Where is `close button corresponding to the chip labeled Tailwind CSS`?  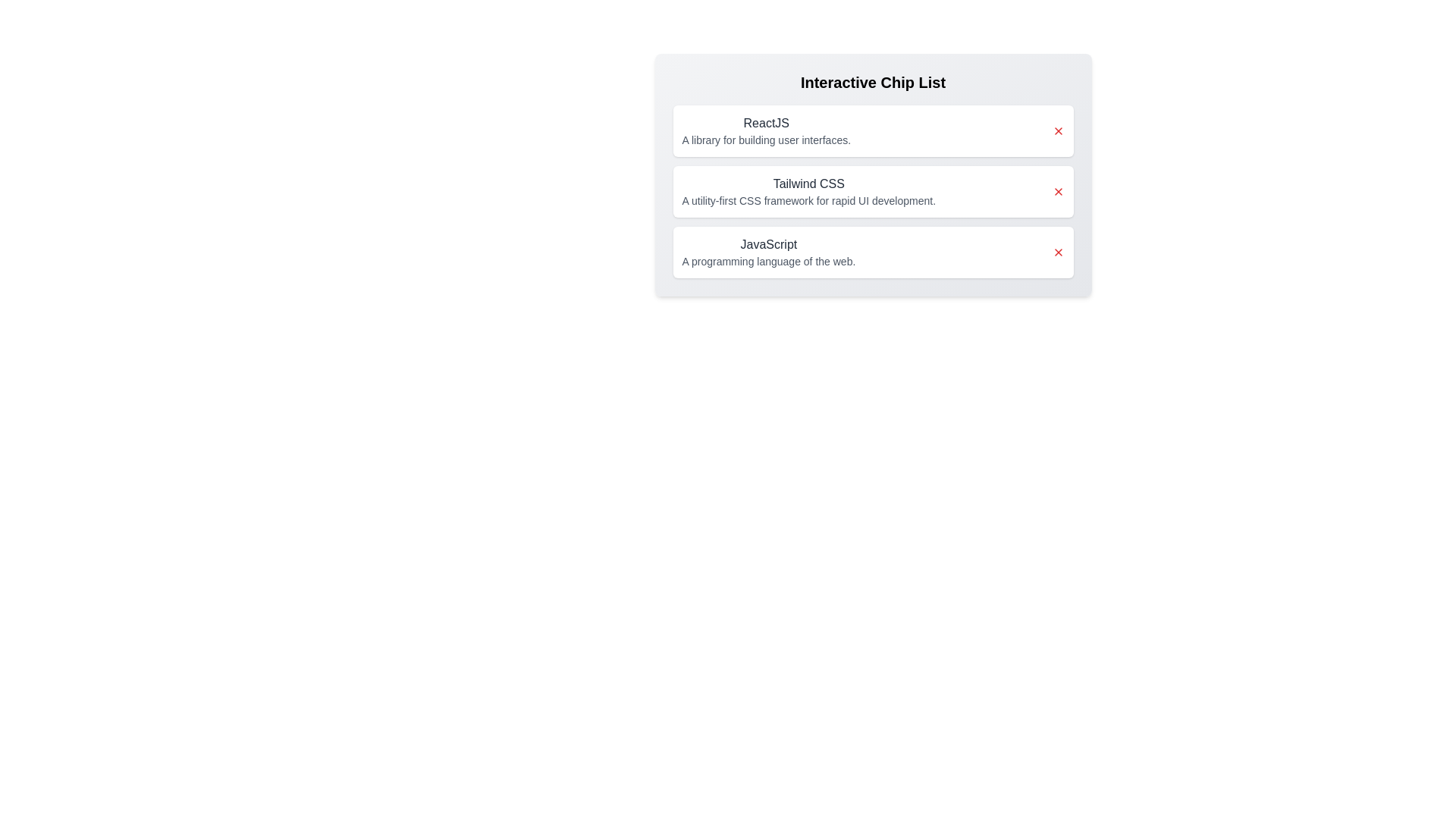
close button corresponding to the chip labeled Tailwind CSS is located at coordinates (1057, 191).